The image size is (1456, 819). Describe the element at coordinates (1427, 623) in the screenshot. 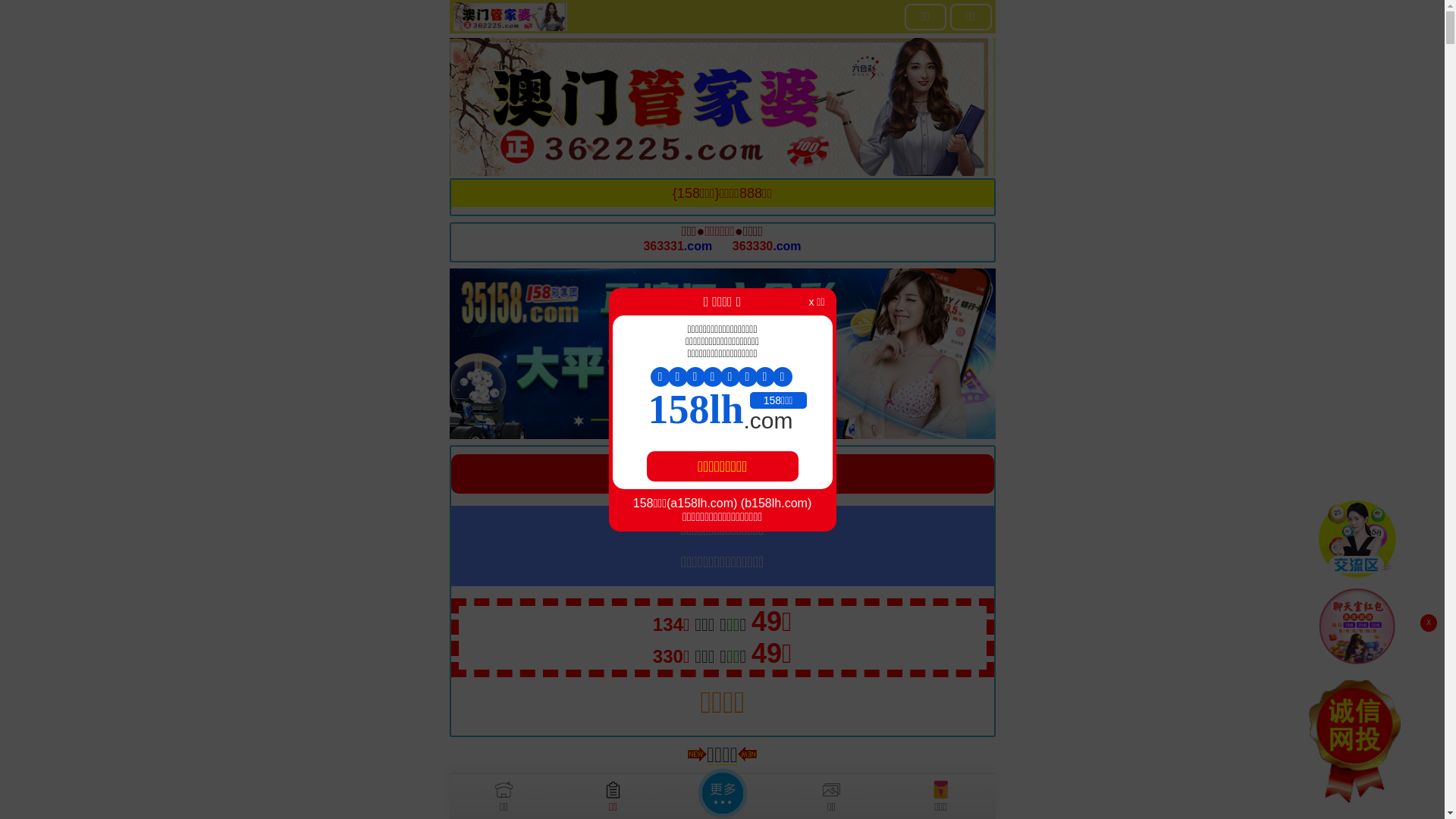

I see `'x'` at that location.